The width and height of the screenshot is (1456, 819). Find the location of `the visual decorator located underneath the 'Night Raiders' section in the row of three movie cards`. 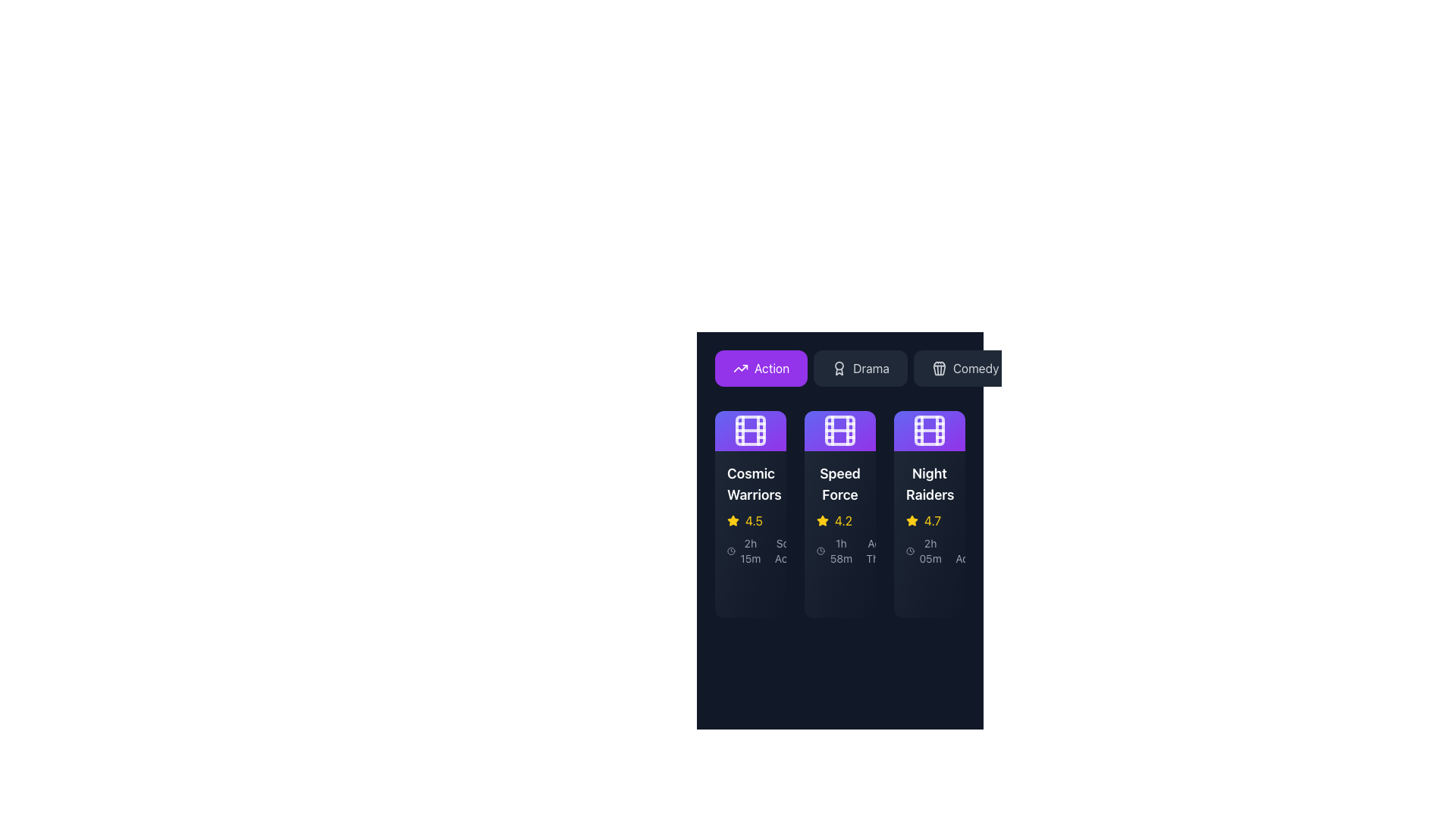

the visual decorator located underneath the 'Night Raiders' section in the row of three movie cards is located at coordinates (912, 589).